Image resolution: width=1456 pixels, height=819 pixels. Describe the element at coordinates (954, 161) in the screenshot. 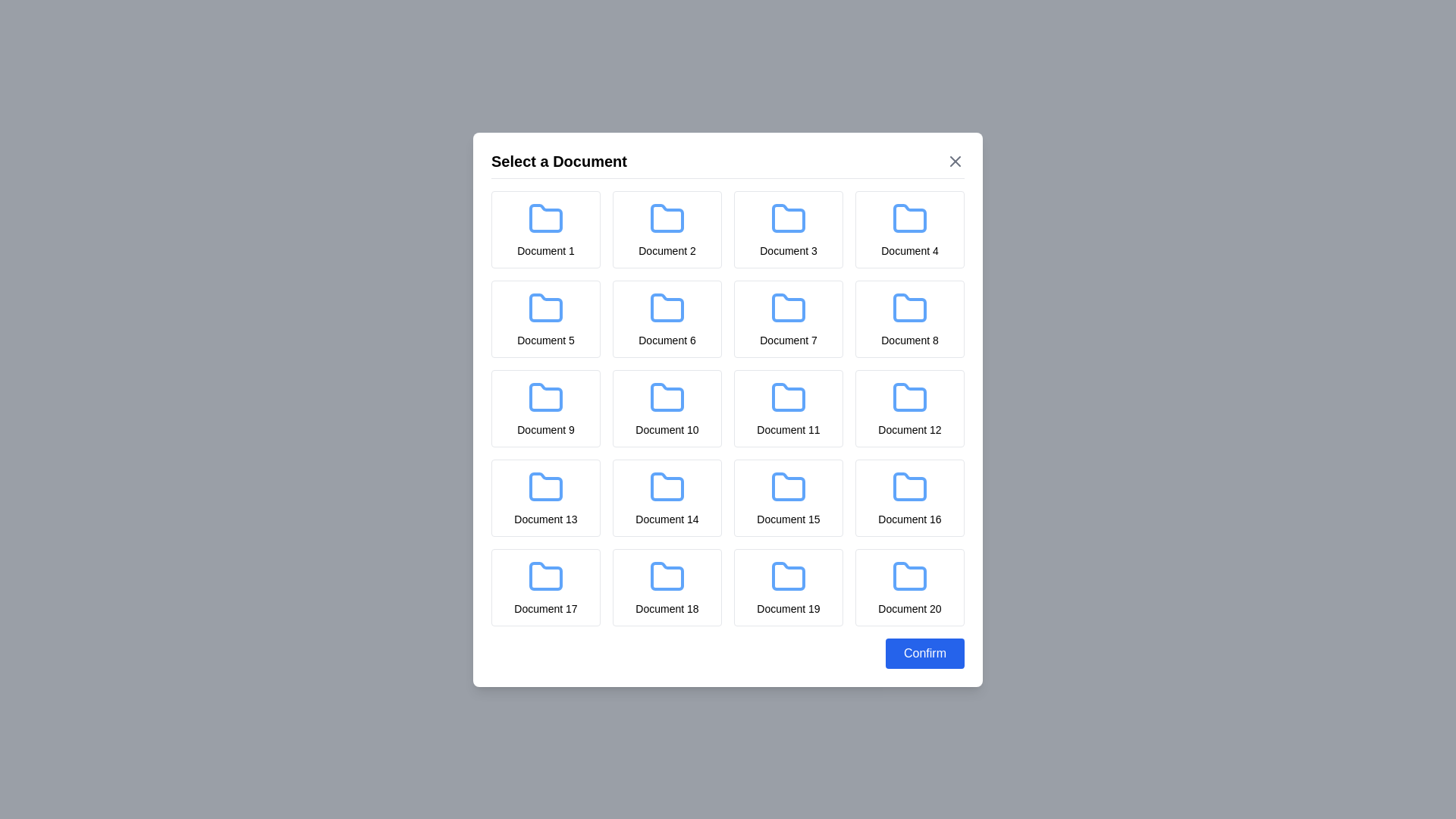

I see `the close button to close the dialog` at that location.